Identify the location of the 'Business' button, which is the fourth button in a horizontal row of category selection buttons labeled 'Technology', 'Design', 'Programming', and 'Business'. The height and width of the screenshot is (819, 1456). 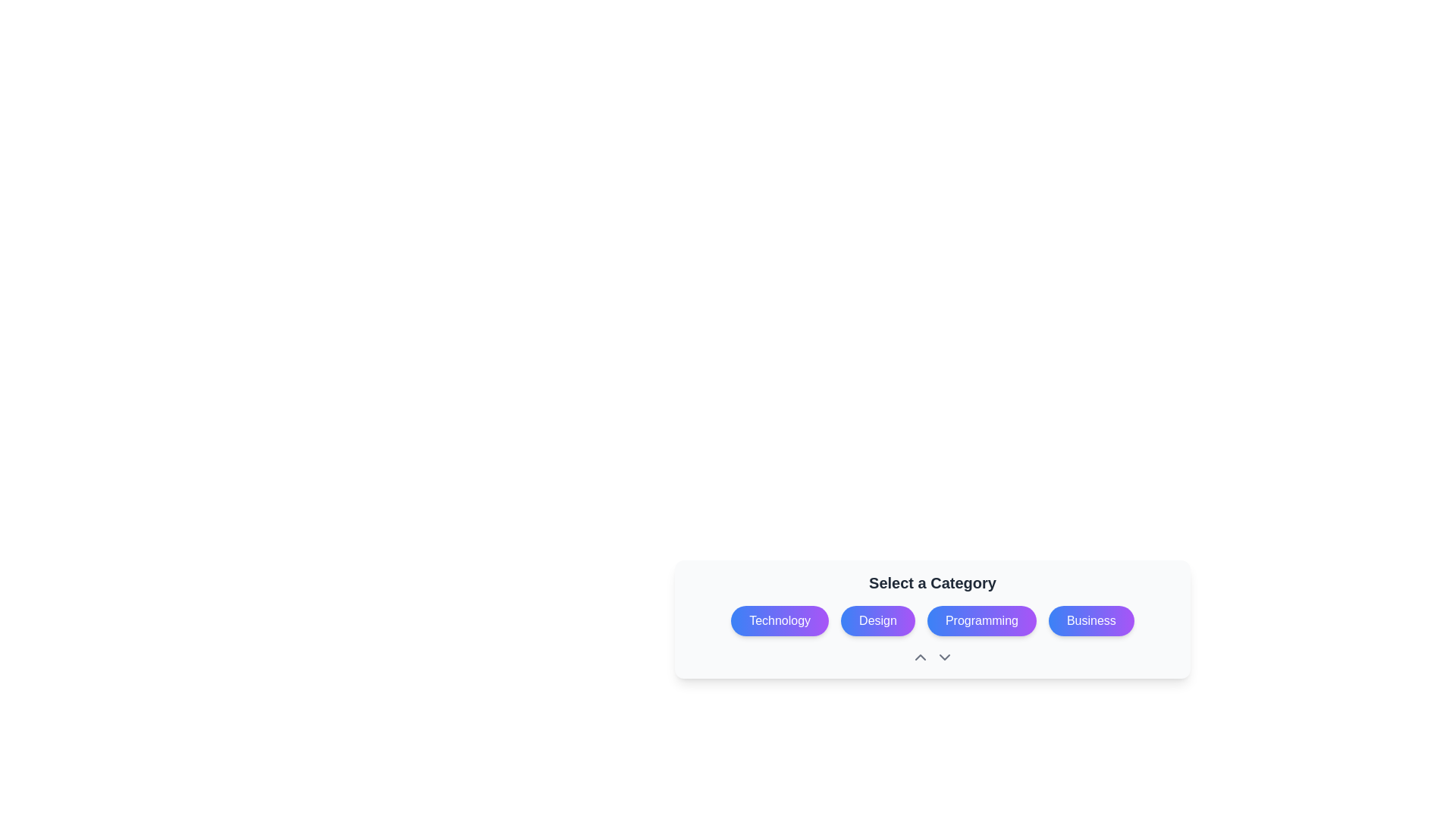
(1090, 620).